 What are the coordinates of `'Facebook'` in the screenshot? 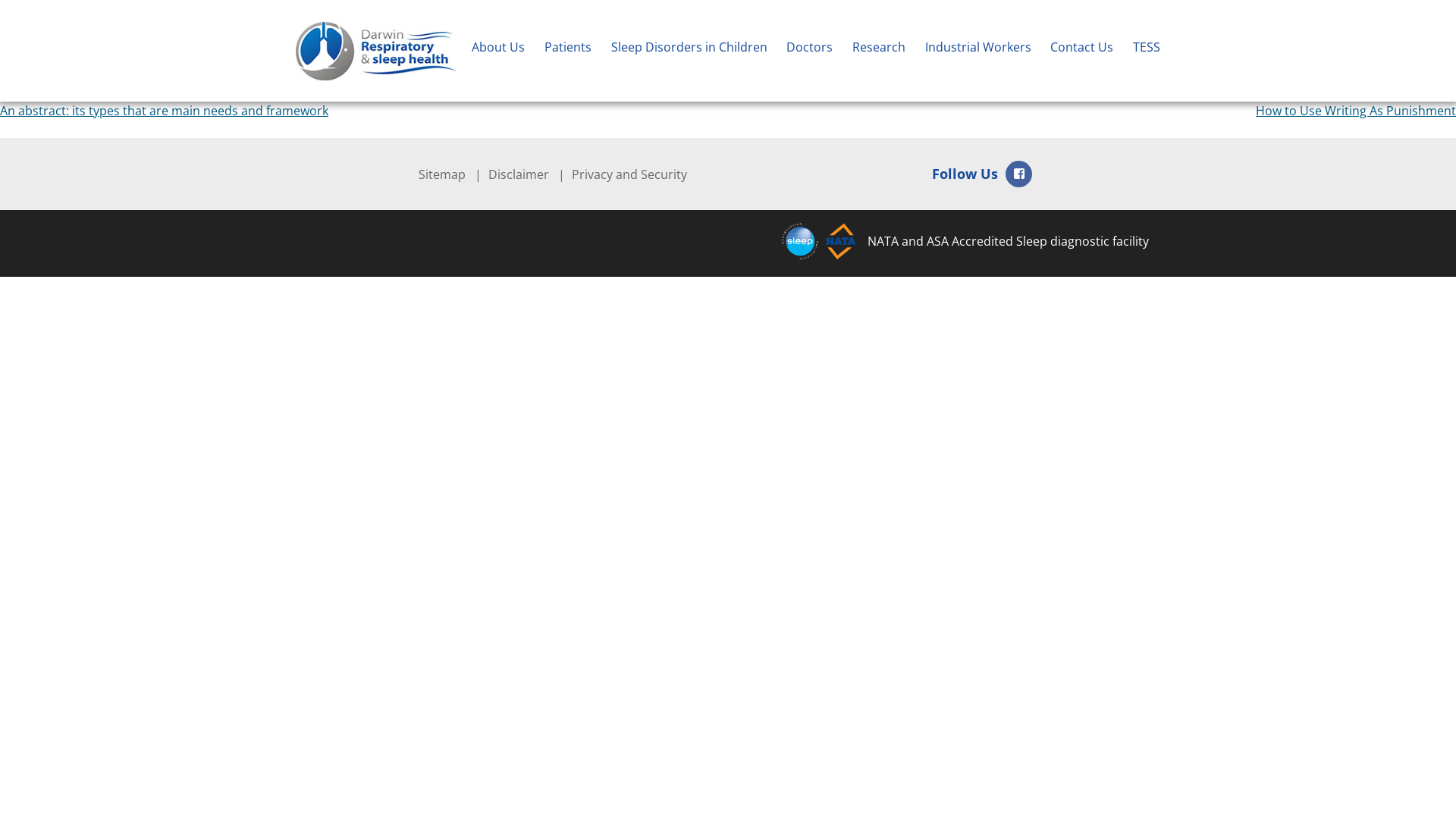 It's located at (1018, 173).